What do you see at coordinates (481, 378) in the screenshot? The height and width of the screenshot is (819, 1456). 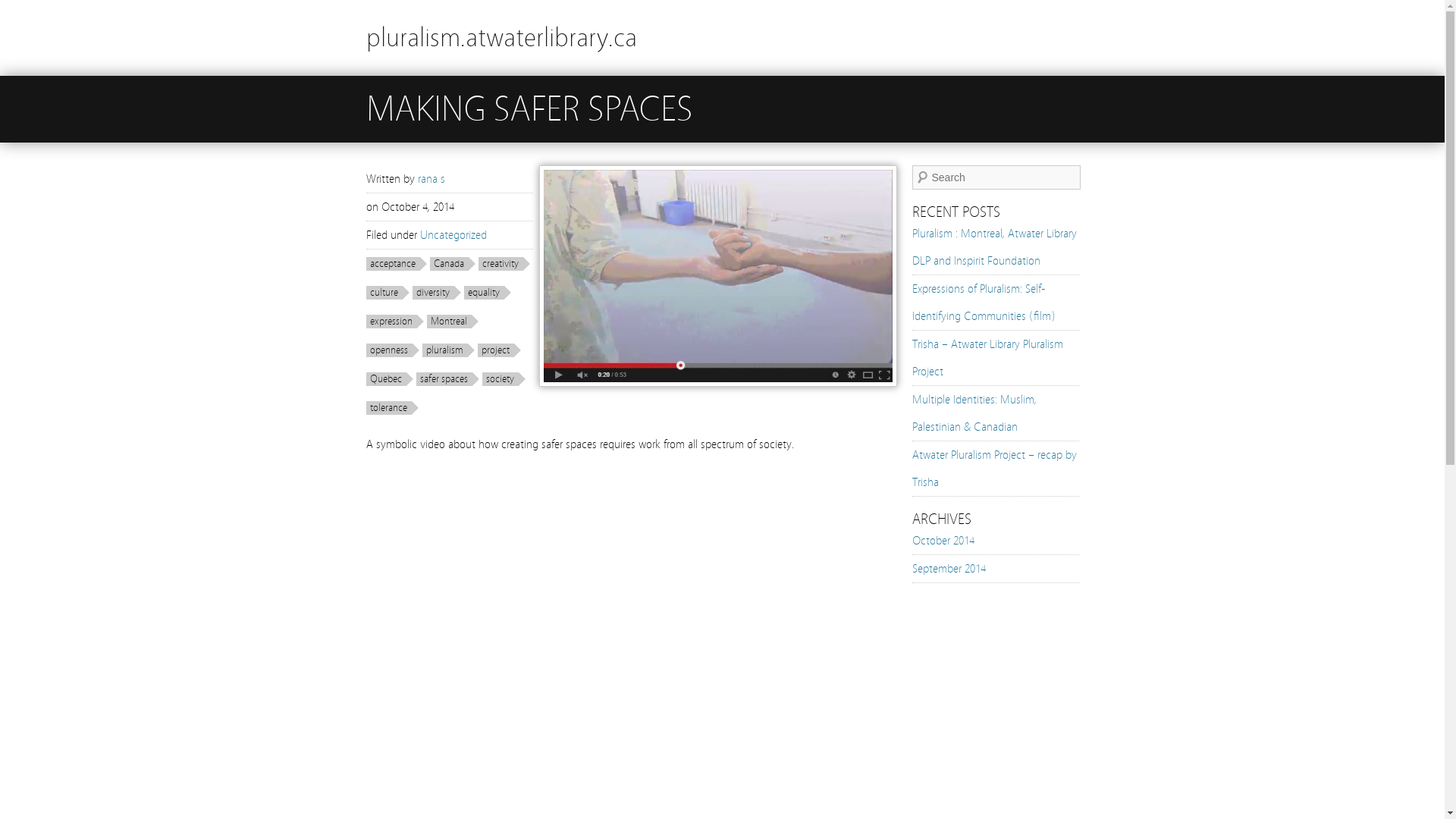 I see `'society'` at bounding box center [481, 378].